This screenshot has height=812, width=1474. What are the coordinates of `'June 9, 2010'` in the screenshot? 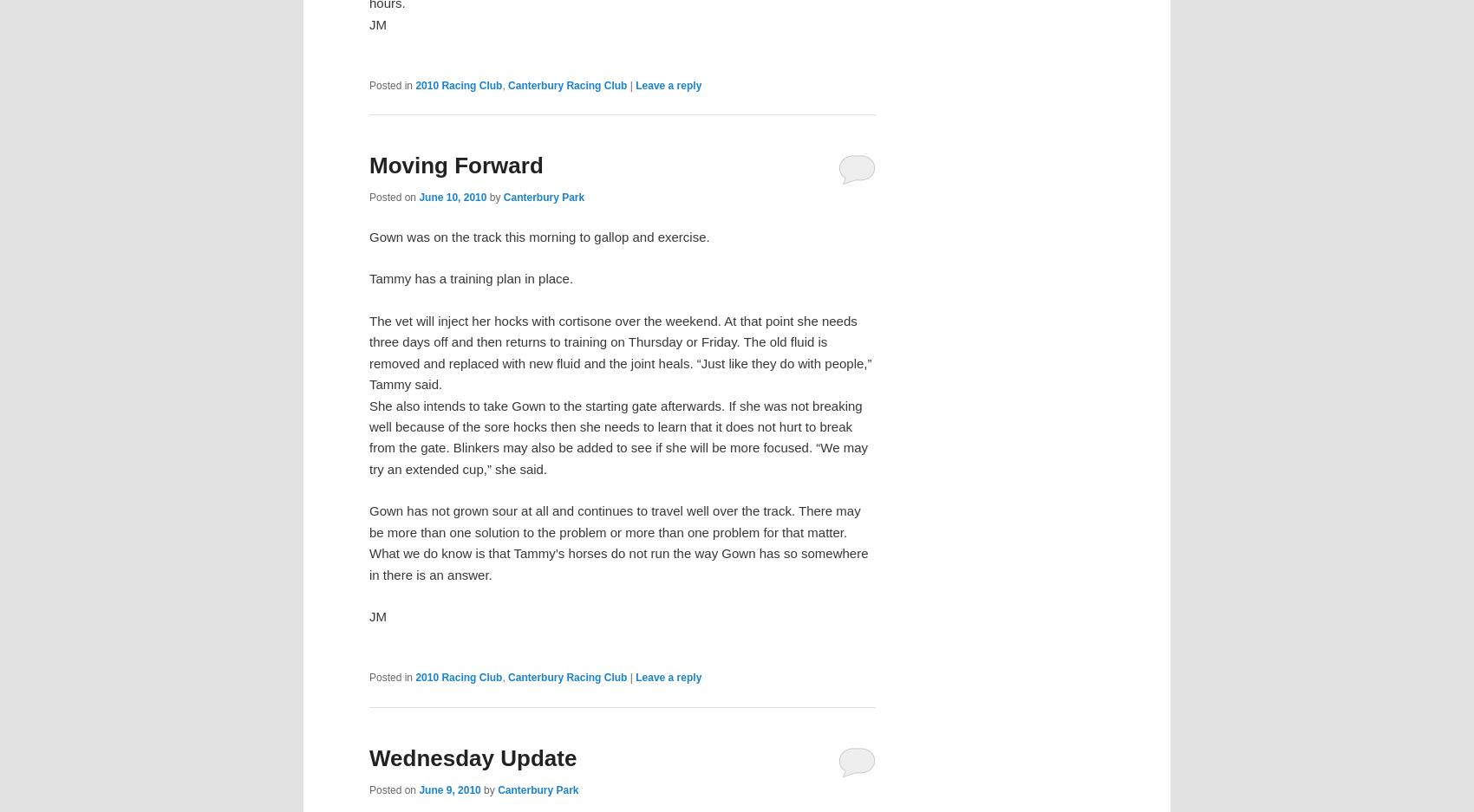 It's located at (418, 789).